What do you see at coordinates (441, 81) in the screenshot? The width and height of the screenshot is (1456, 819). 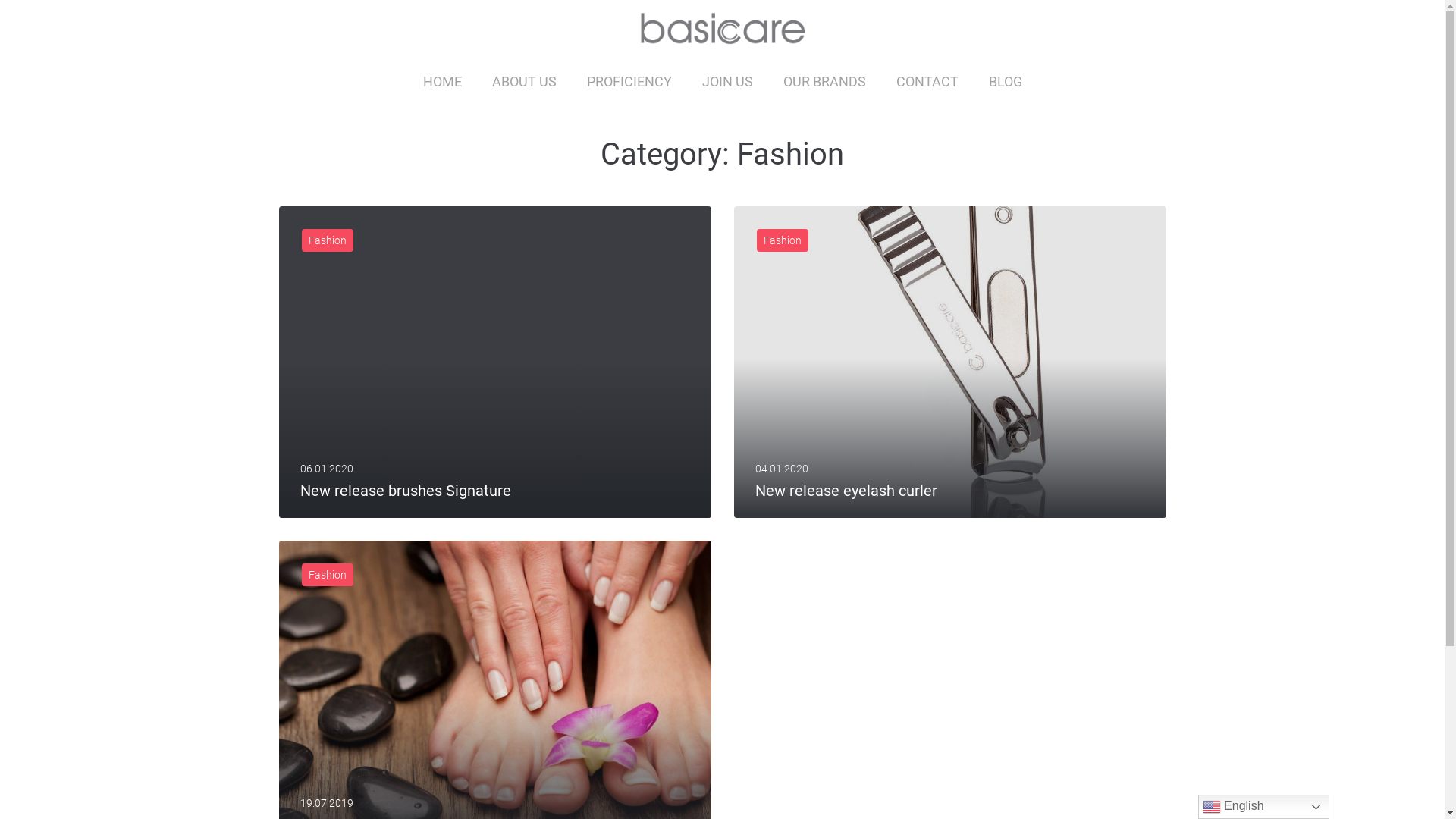 I see `'HOME'` at bounding box center [441, 81].